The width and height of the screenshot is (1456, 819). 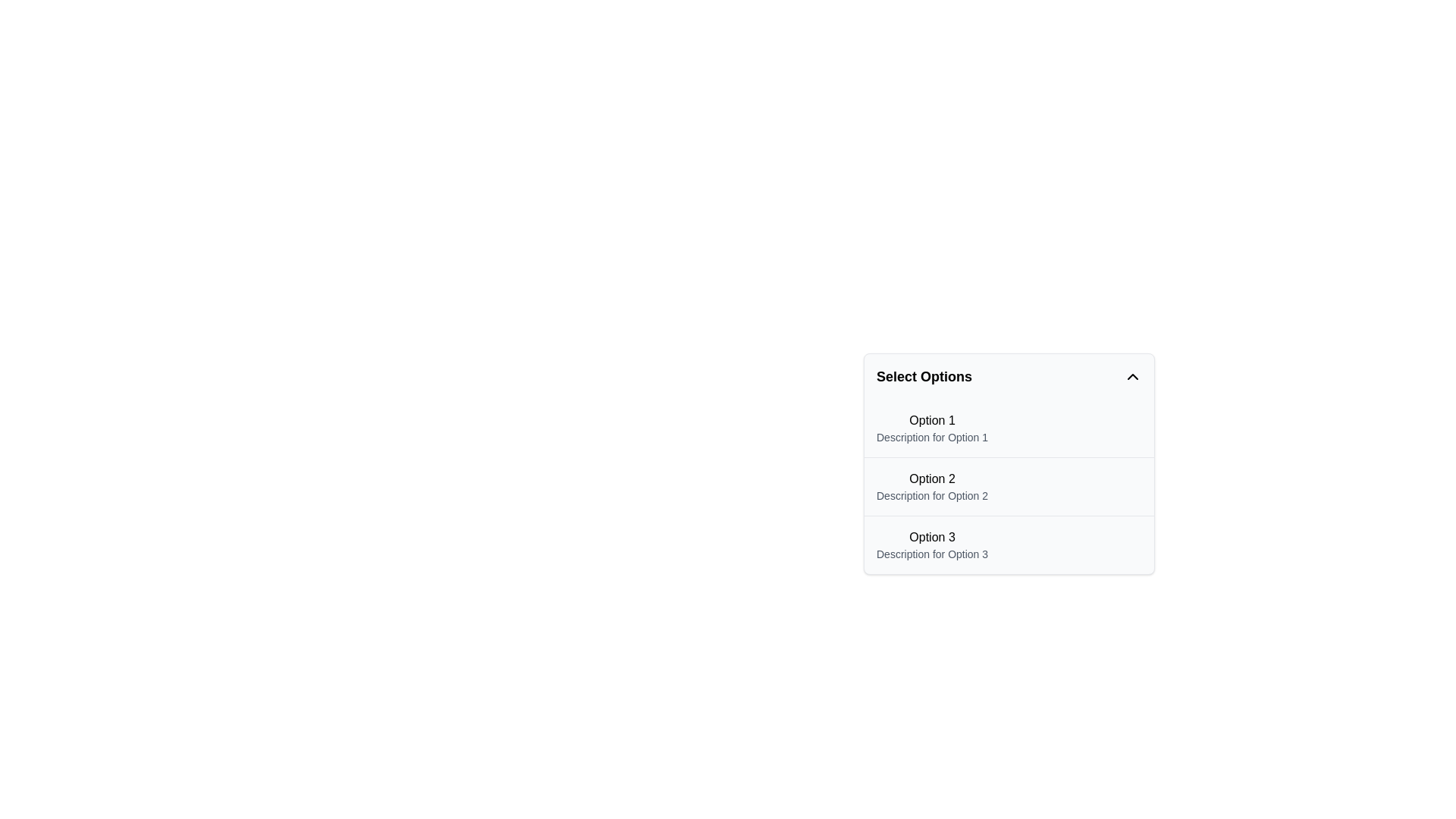 What do you see at coordinates (931, 544) in the screenshot?
I see `the list item titled 'Option 3' in the dropdown menu` at bounding box center [931, 544].